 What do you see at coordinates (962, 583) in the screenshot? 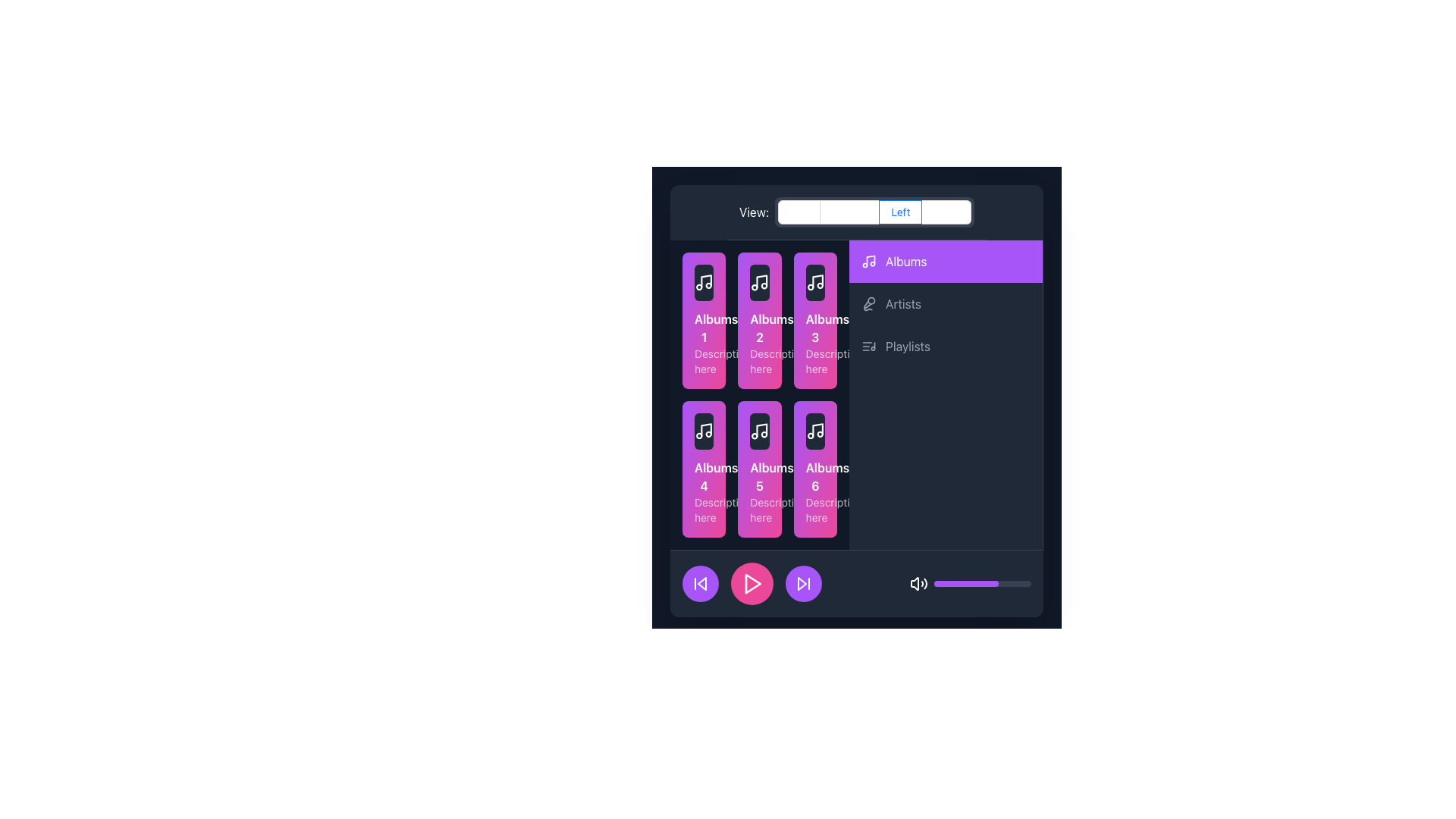
I see `the volume level` at bounding box center [962, 583].